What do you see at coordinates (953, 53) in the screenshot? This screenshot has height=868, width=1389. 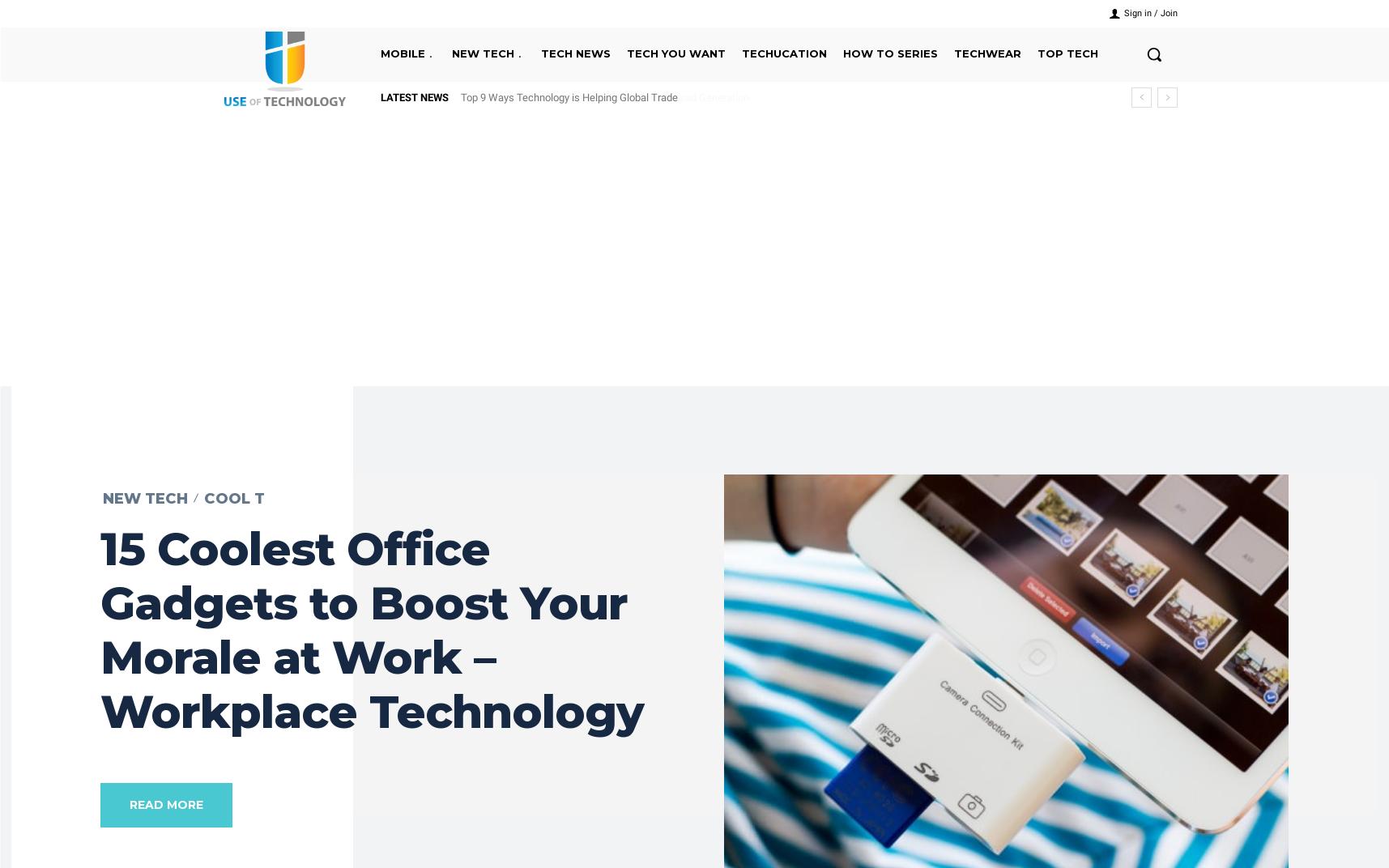 I see `'TechWear'` at bounding box center [953, 53].